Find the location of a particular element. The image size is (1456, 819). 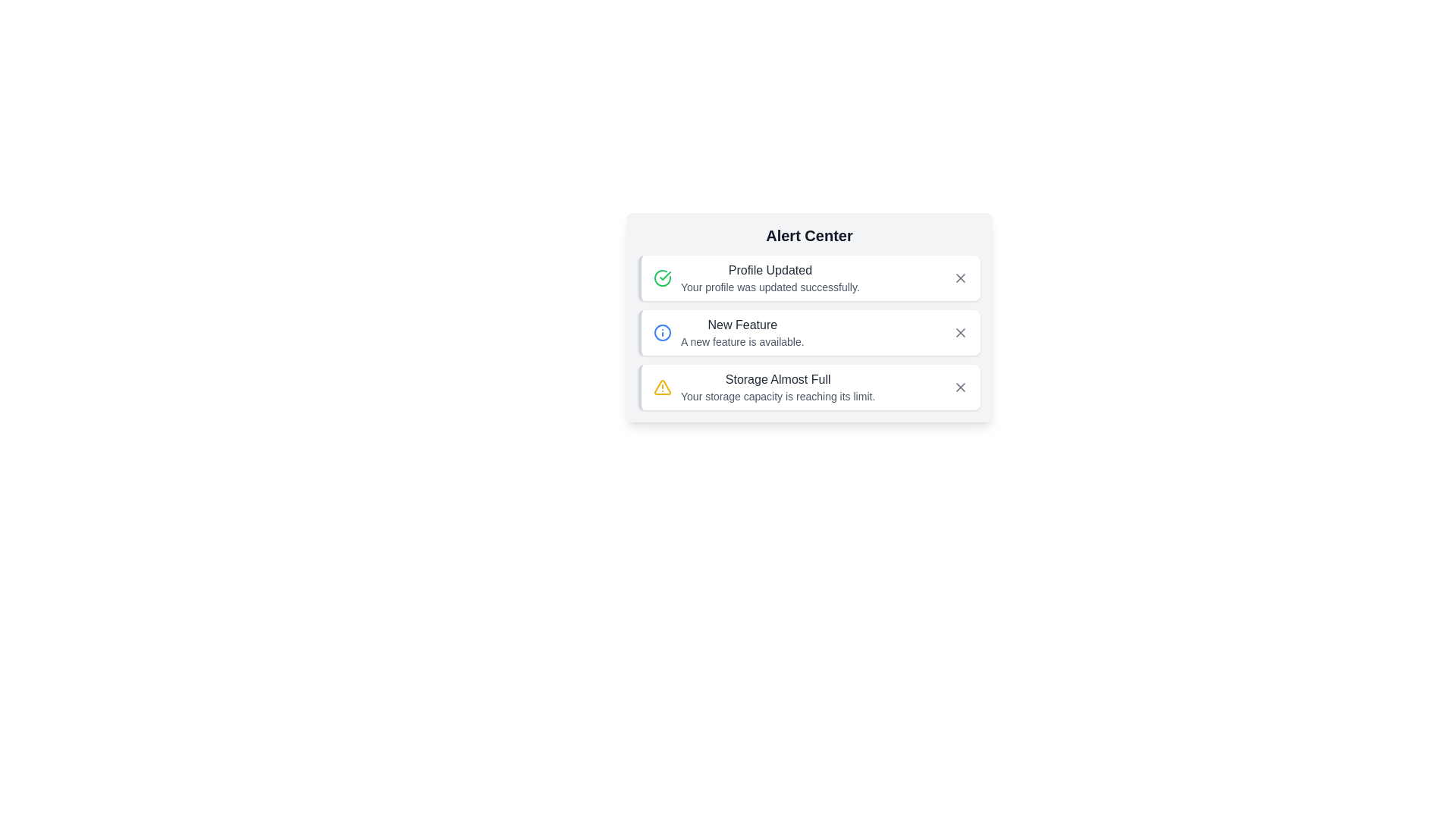

the 'X' button located at the rightmost side of the 'New Feature' notification to trigger the hover effect is located at coordinates (960, 332).